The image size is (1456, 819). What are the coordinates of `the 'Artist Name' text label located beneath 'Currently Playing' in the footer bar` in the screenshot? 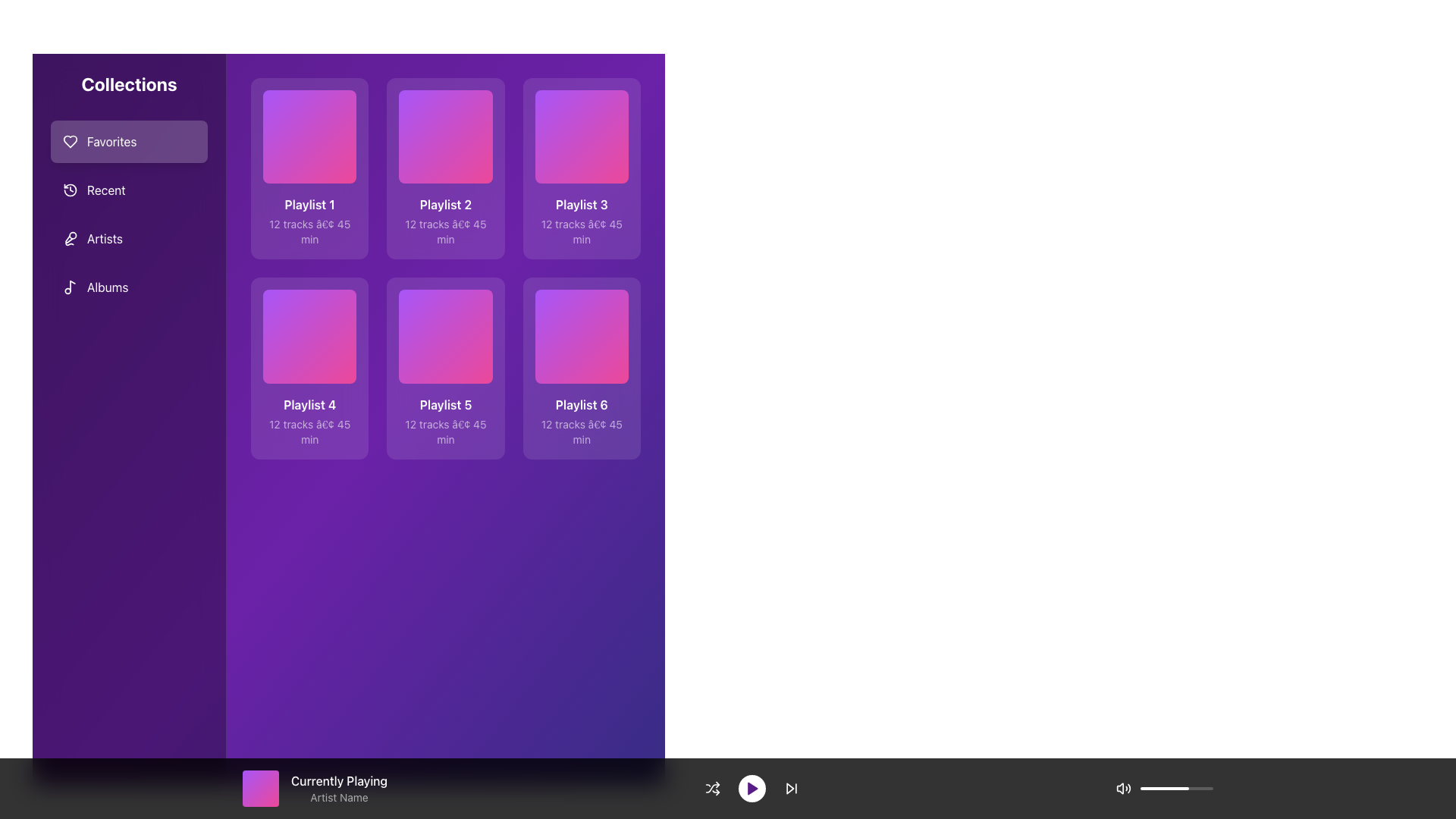 It's located at (338, 797).